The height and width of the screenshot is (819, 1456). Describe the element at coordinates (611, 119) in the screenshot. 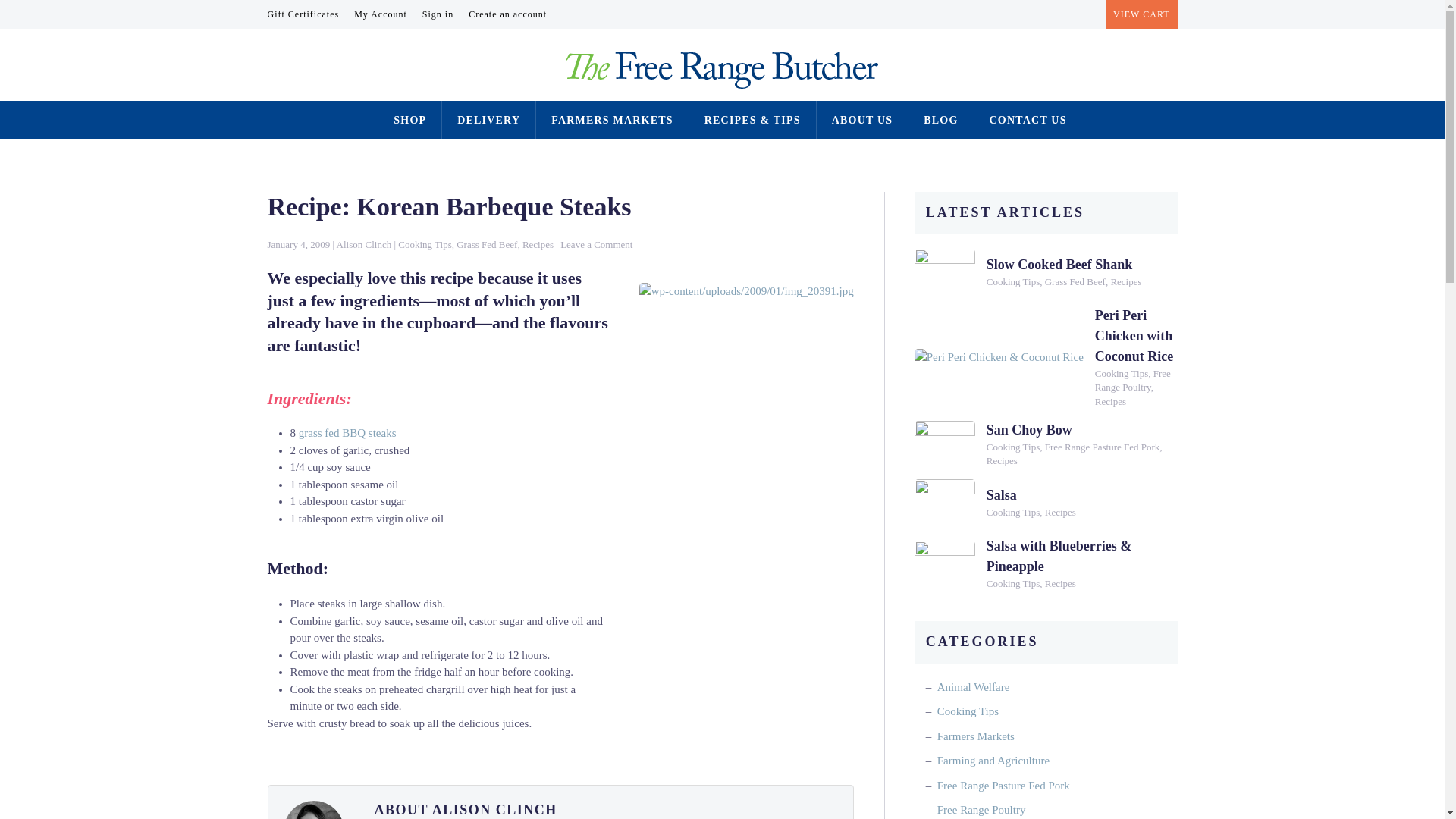

I see `'FARMERS MARKETS'` at that location.